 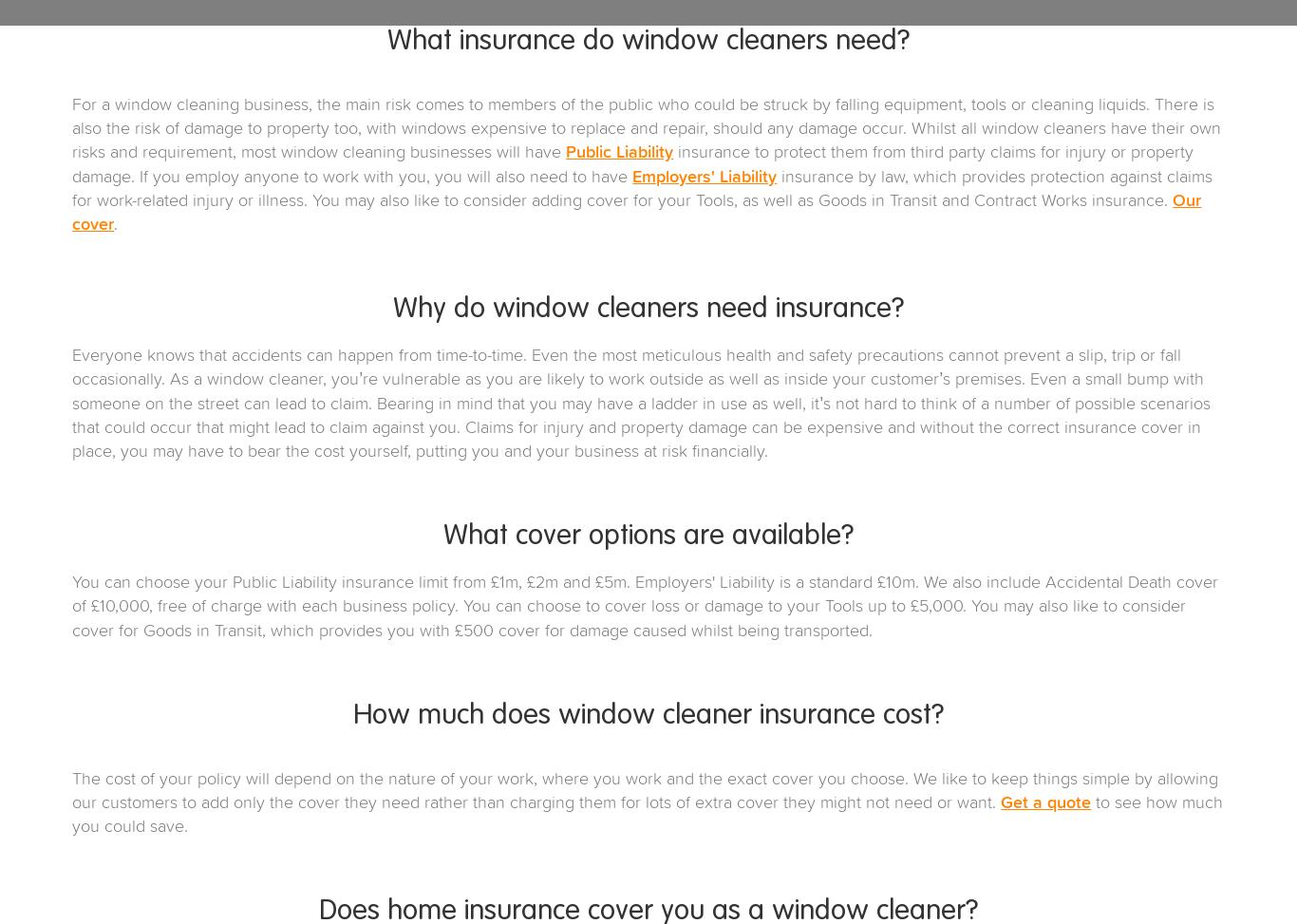 I want to click on 'Public Liability', so click(x=618, y=153).